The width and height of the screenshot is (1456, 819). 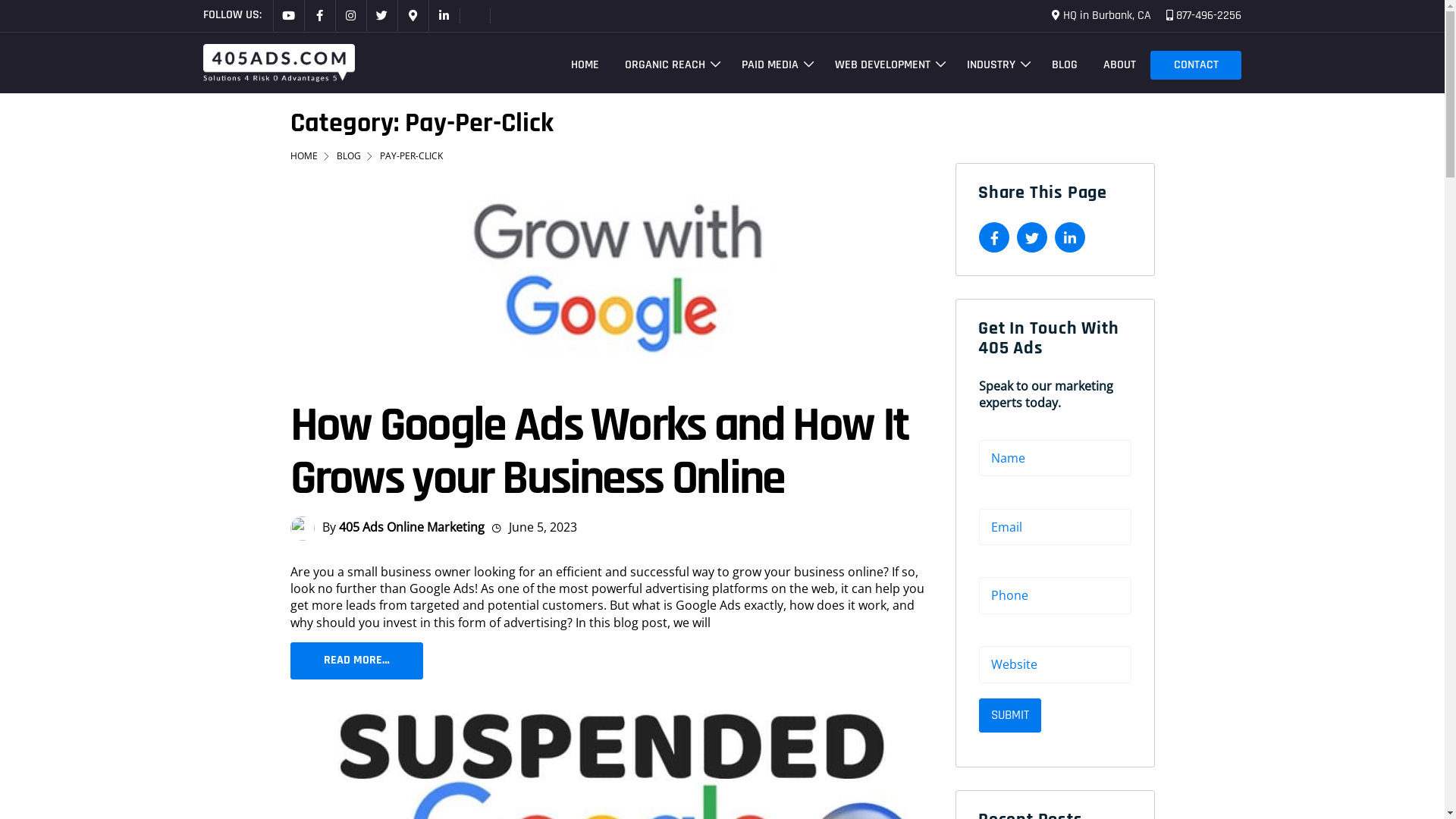 I want to click on 'Share on Facebook', so click(x=993, y=237).